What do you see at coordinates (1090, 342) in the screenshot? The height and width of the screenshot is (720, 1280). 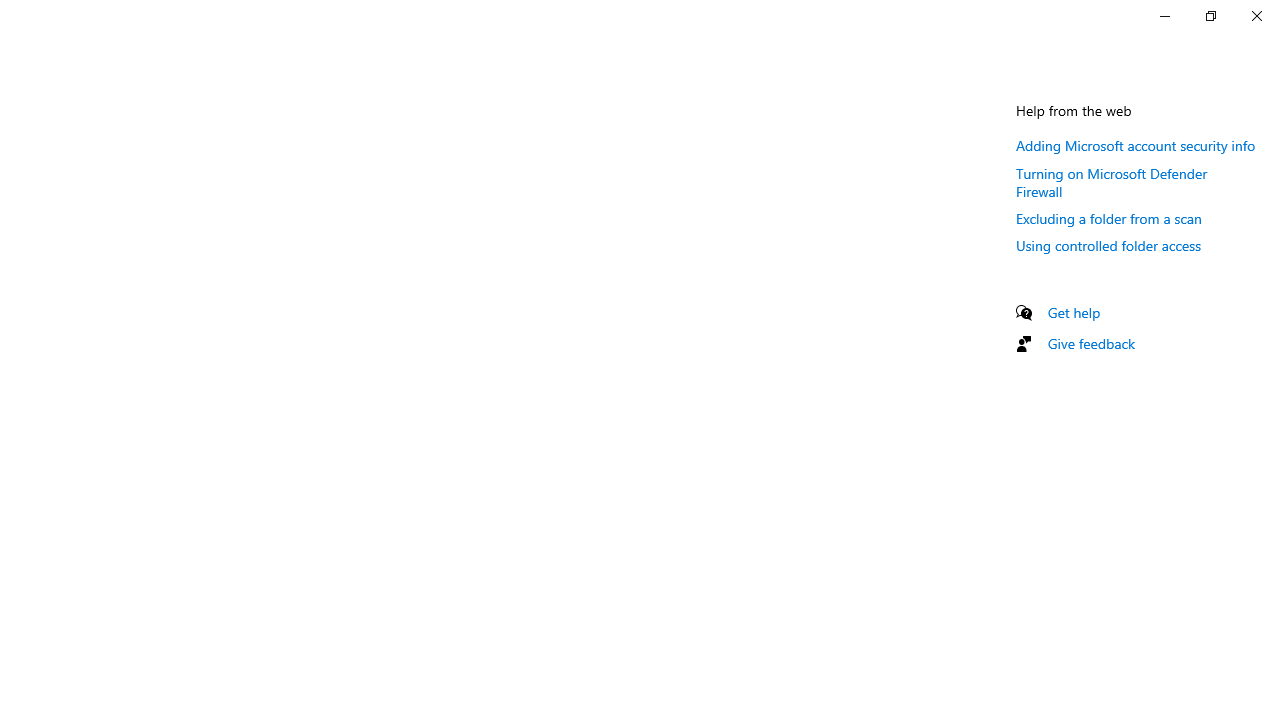 I see `'Give feedback'` at bounding box center [1090, 342].